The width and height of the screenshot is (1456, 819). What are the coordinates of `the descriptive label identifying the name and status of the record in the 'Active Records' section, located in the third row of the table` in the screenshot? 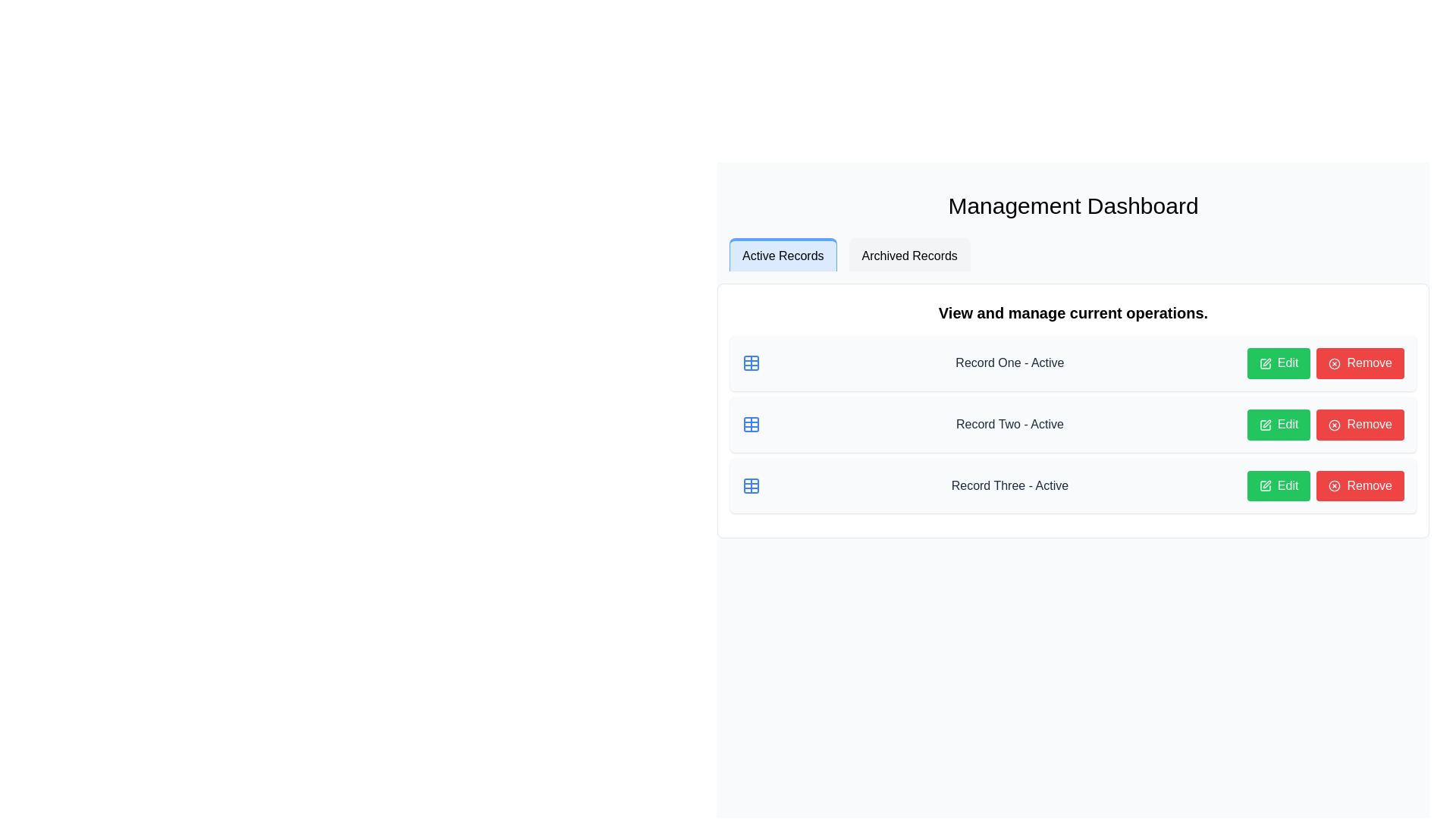 It's located at (1009, 485).